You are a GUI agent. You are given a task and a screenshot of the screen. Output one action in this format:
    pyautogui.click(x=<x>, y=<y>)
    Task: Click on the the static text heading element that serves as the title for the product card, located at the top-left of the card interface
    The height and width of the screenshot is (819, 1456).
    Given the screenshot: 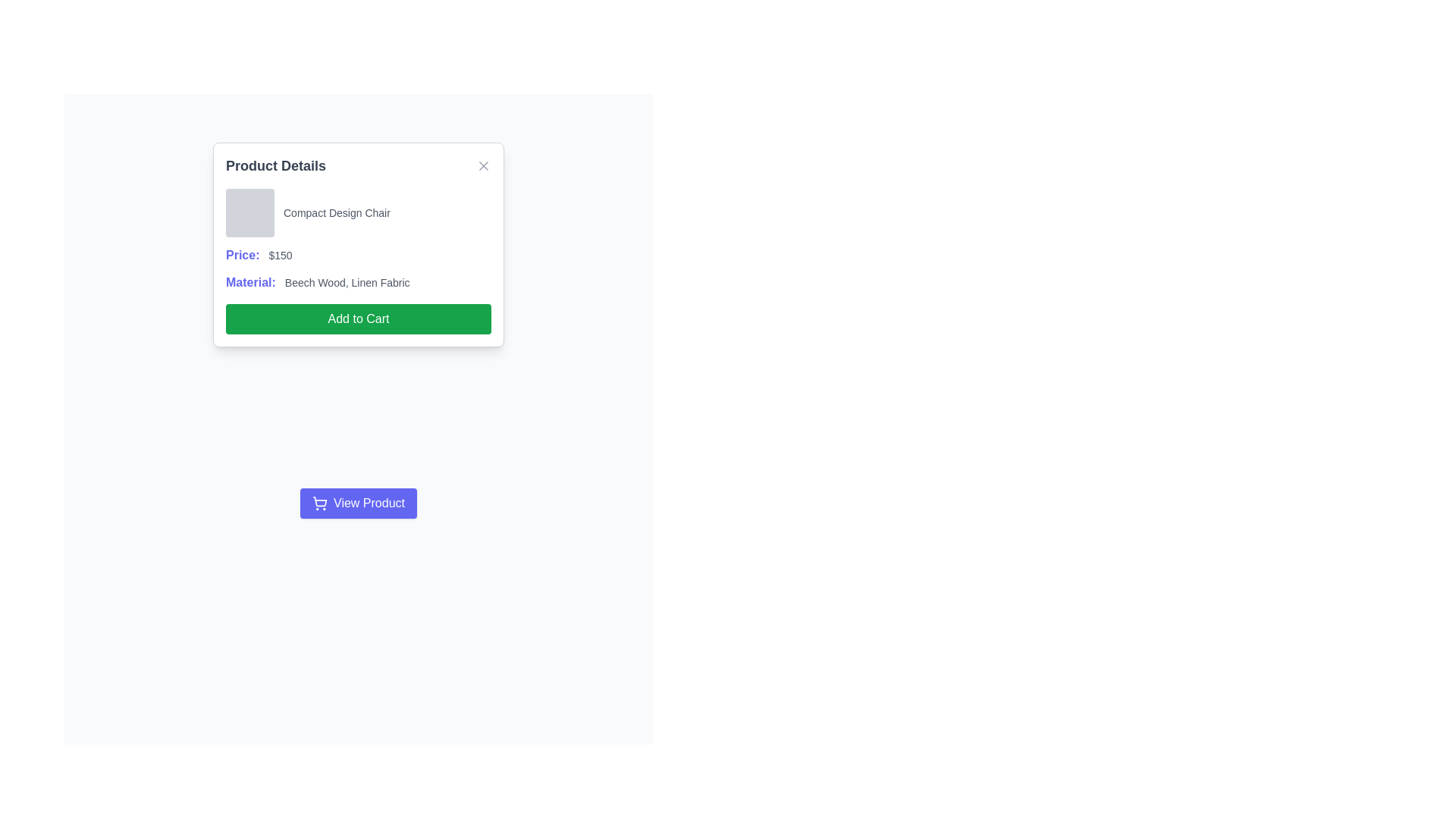 What is the action you would take?
    pyautogui.click(x=276, y=166)
    